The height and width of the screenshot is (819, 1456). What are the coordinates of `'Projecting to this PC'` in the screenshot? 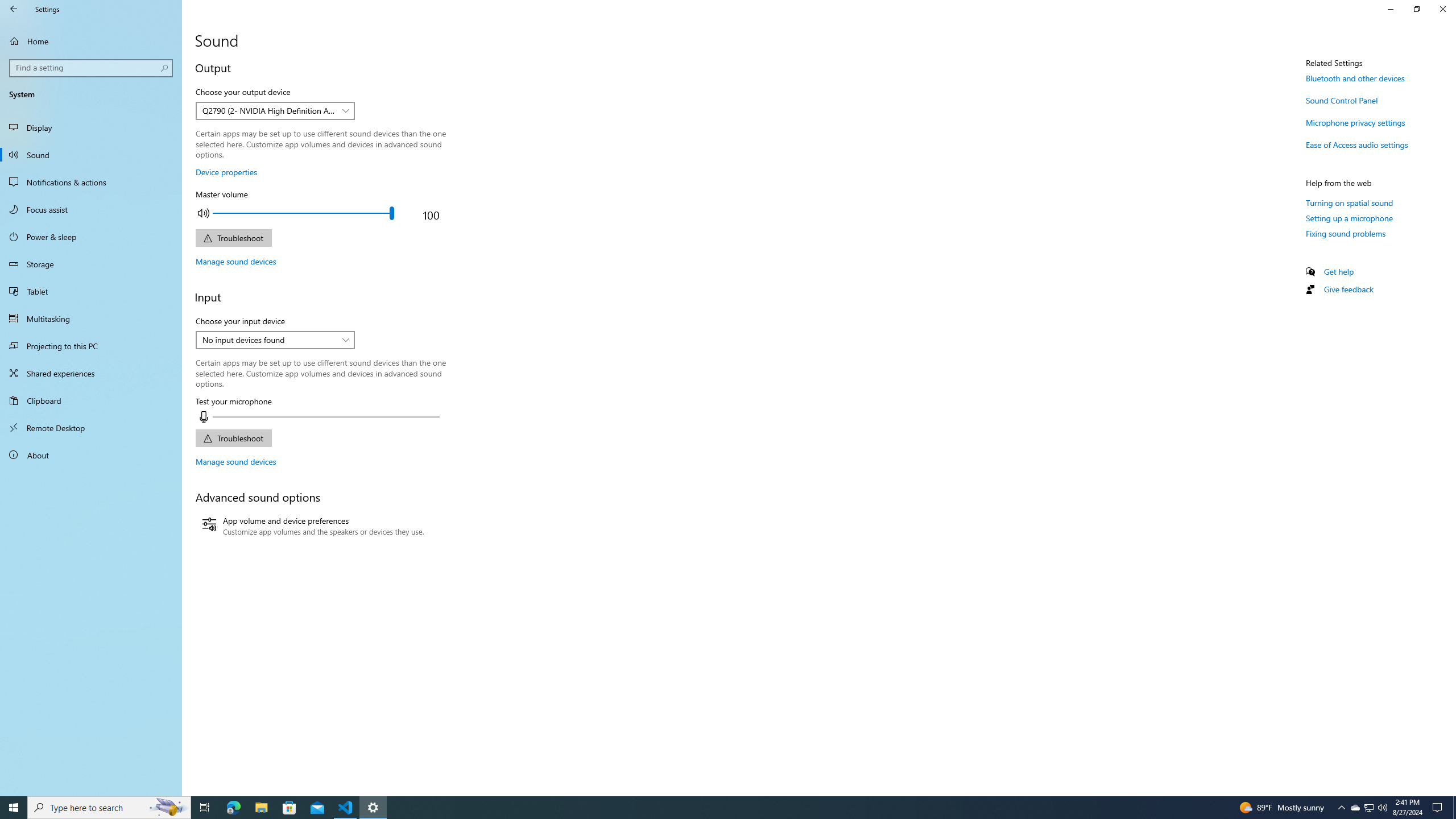 It's located at (90, 346).